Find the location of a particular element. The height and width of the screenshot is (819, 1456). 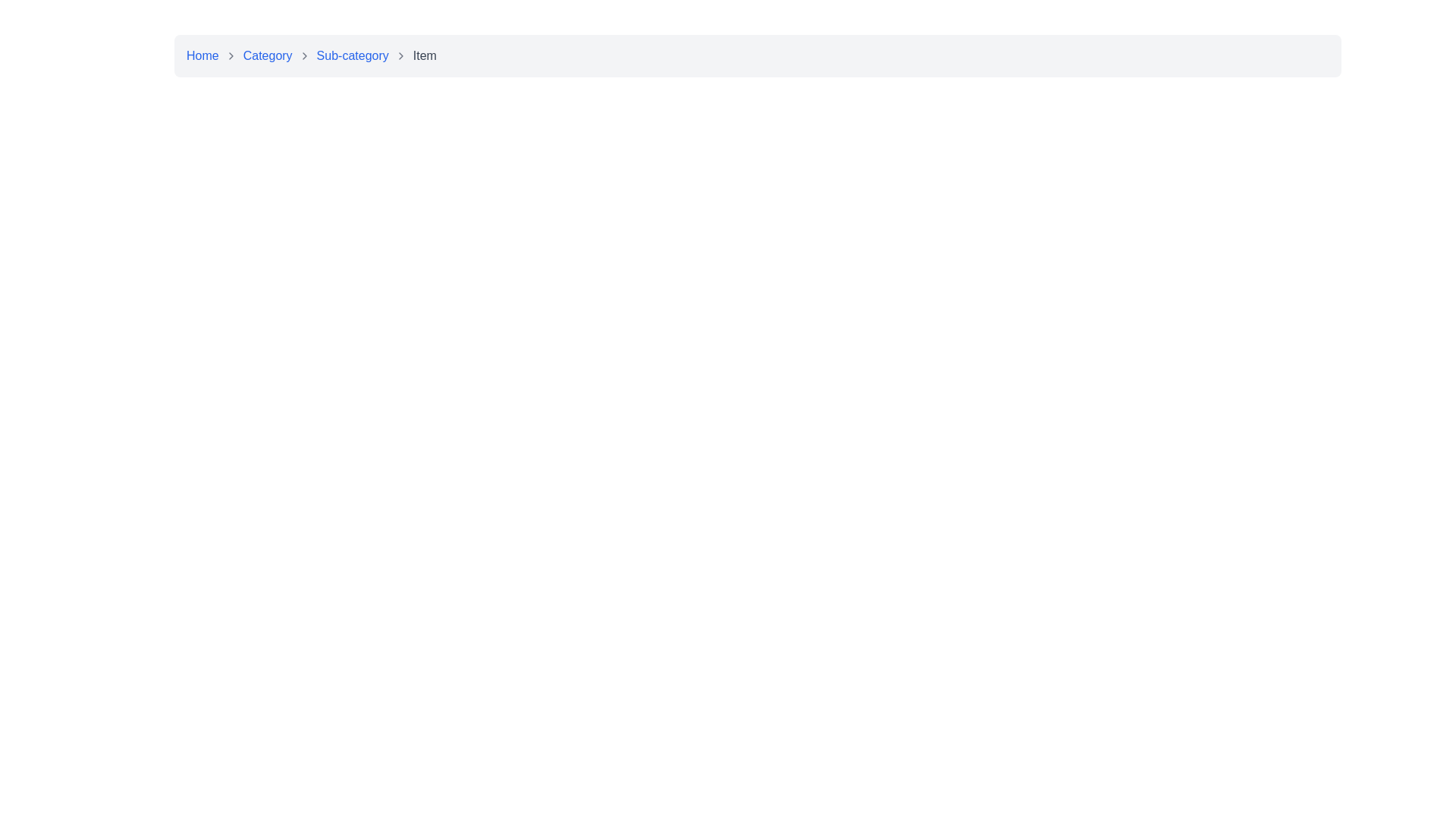

the arrow icon that separates breadcrumb items, positioned between the 'Home' link and the 'Category' link in the navigation structure is located at coordinates (230, 55).